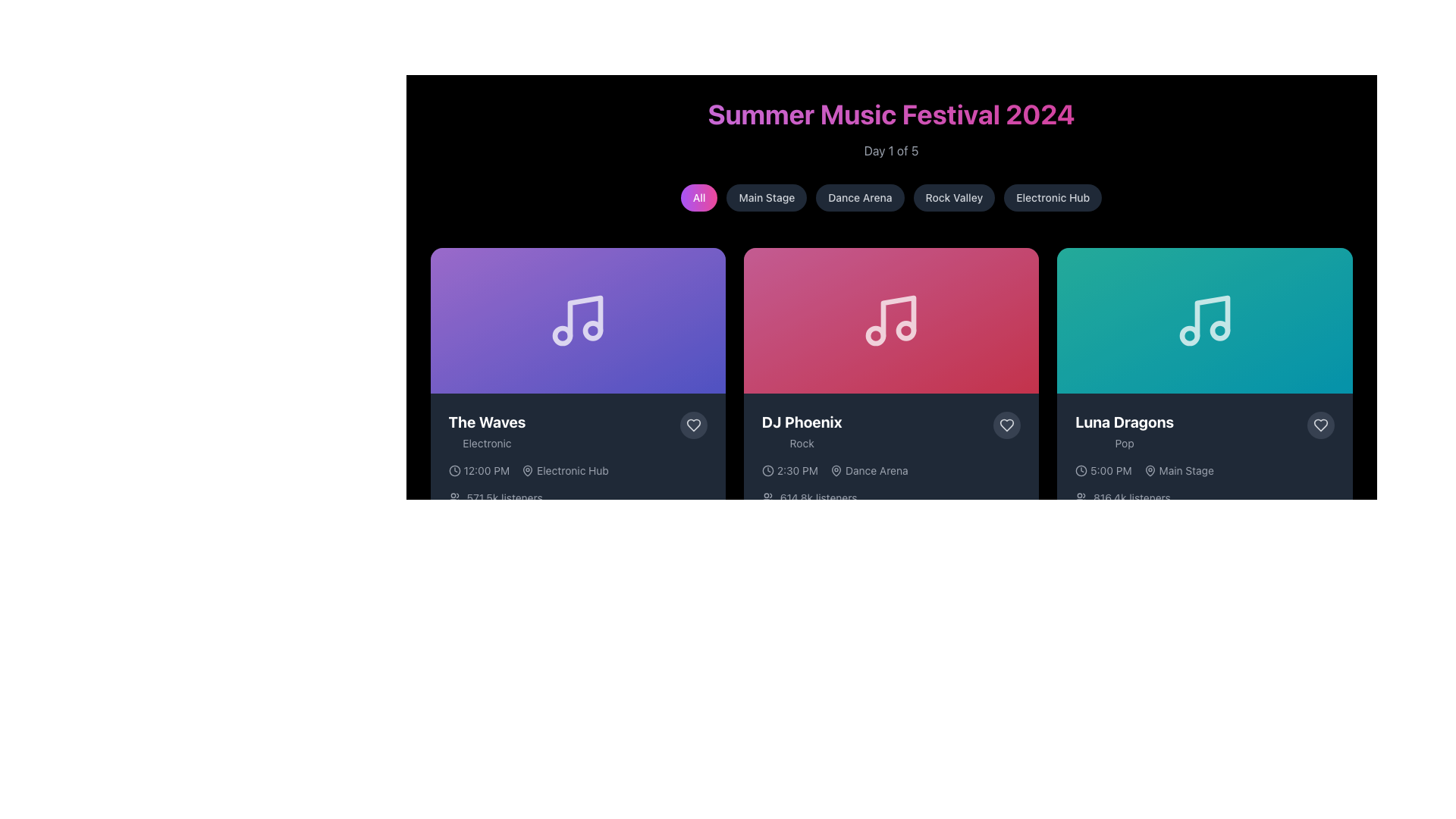 This screenshot has width=1456, height=819. What do you see at coordinates (891, 197) in the screenshot?
I see `the 'Dance Arena' button located below the 'Summer Music Festival 2024' banner` at bounding box center [891, 197].